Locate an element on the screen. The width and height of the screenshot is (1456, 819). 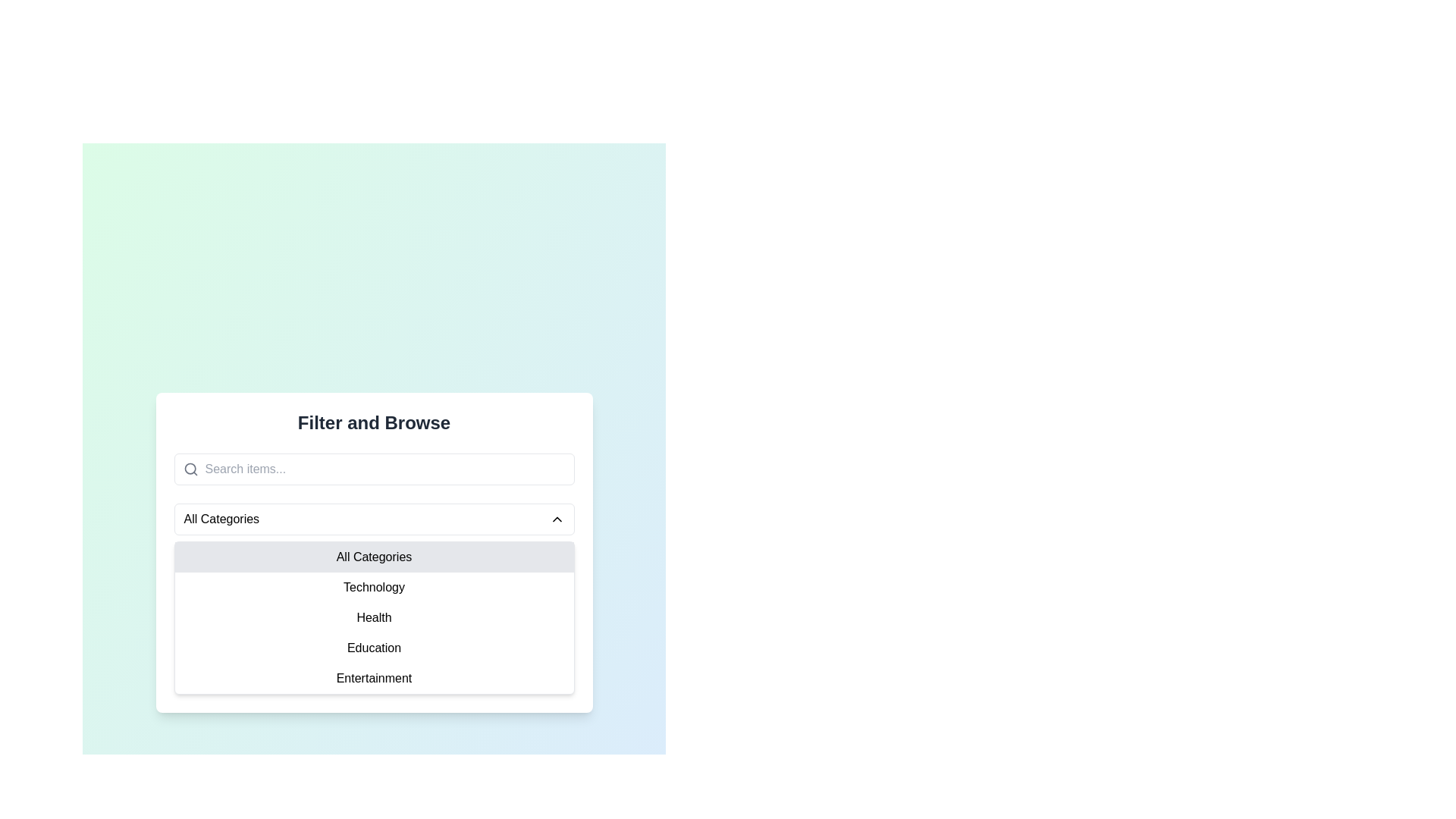
the 'Technology' menu item in the dropdown list is located at coordinates (374, 587).